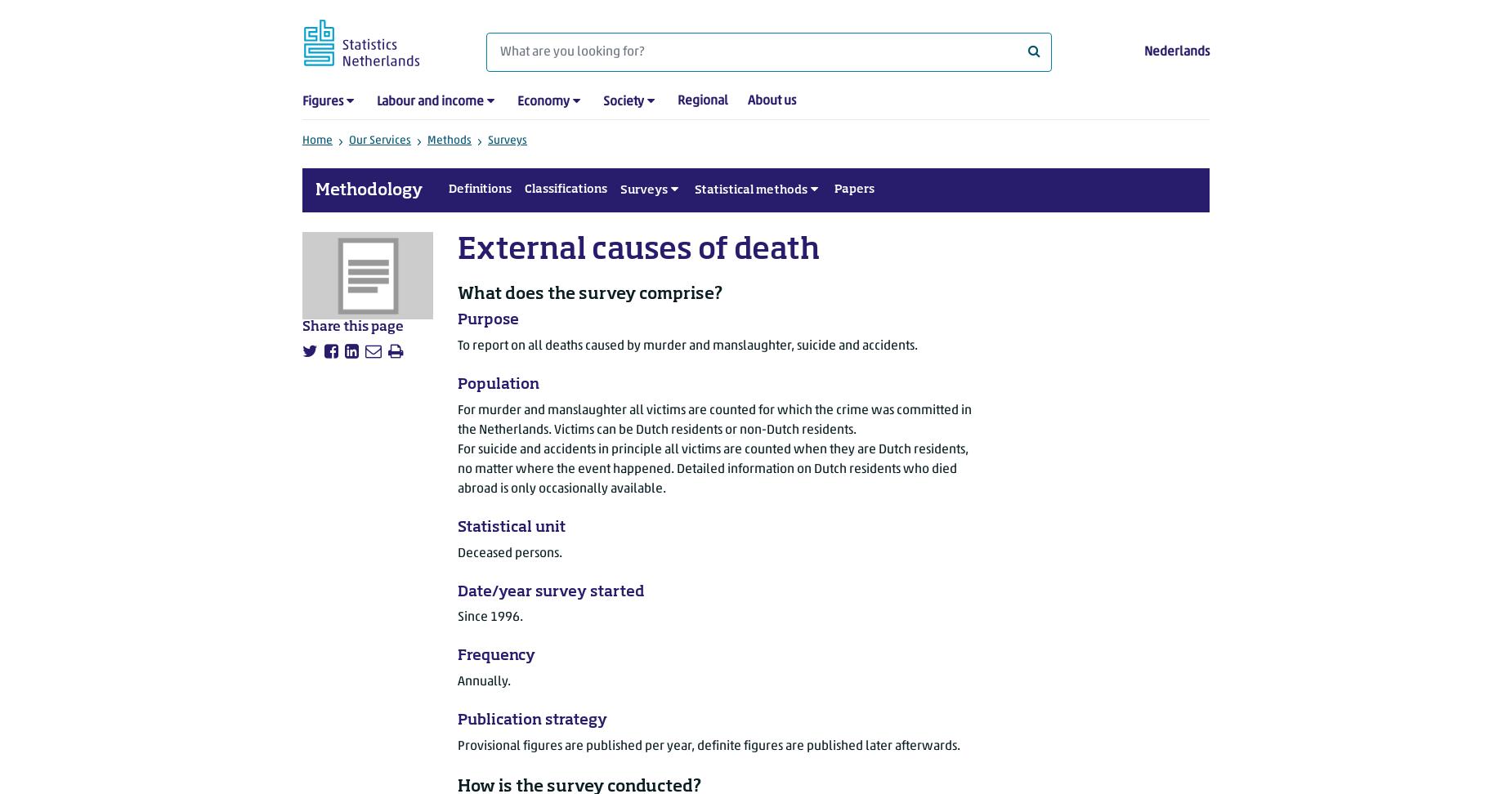 The image size is (1512, 794). I want to click on 'Publication strategy', so click(457, 720).